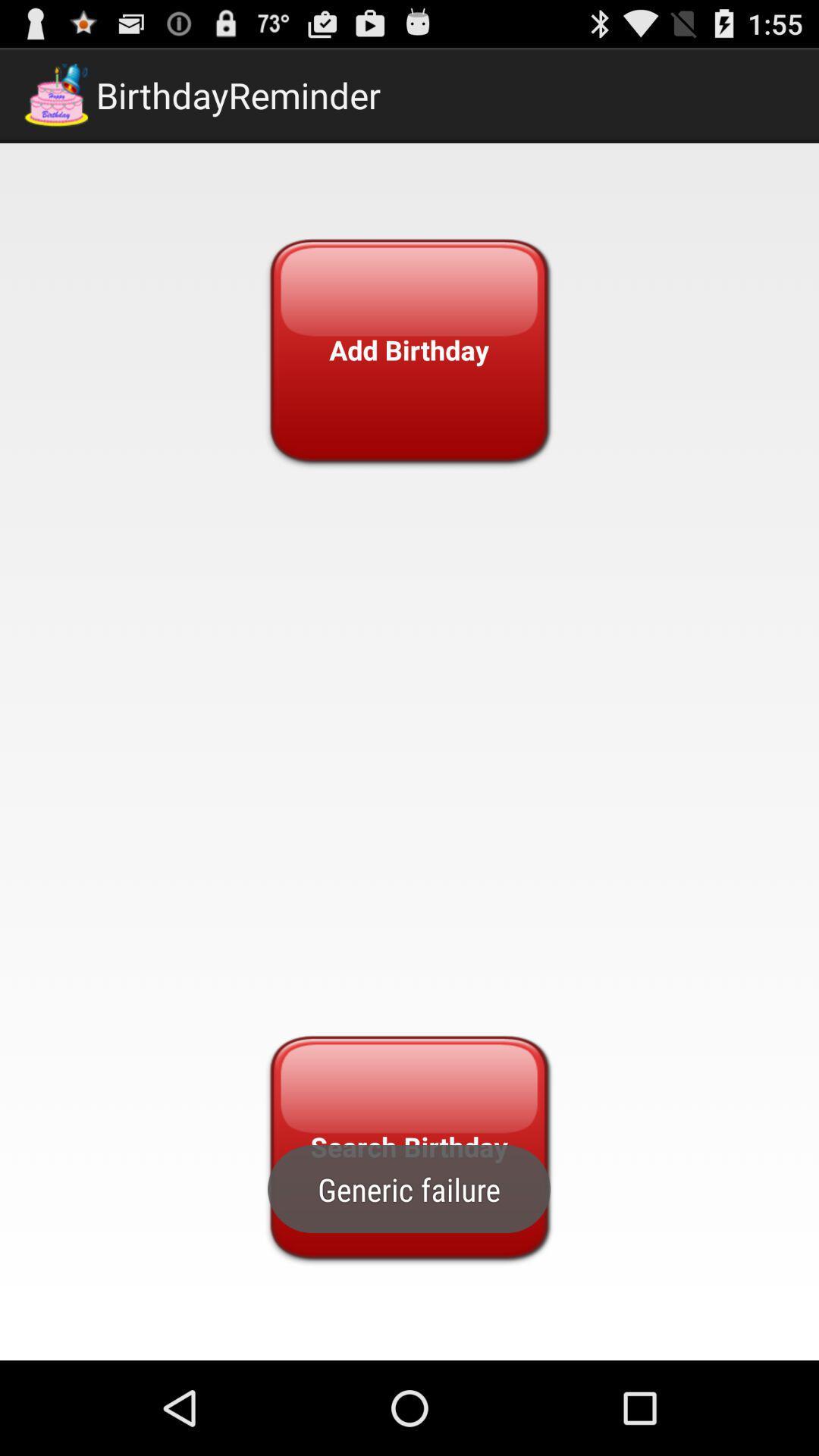  I want to click on icon at the bottom, so click(408, 1147).